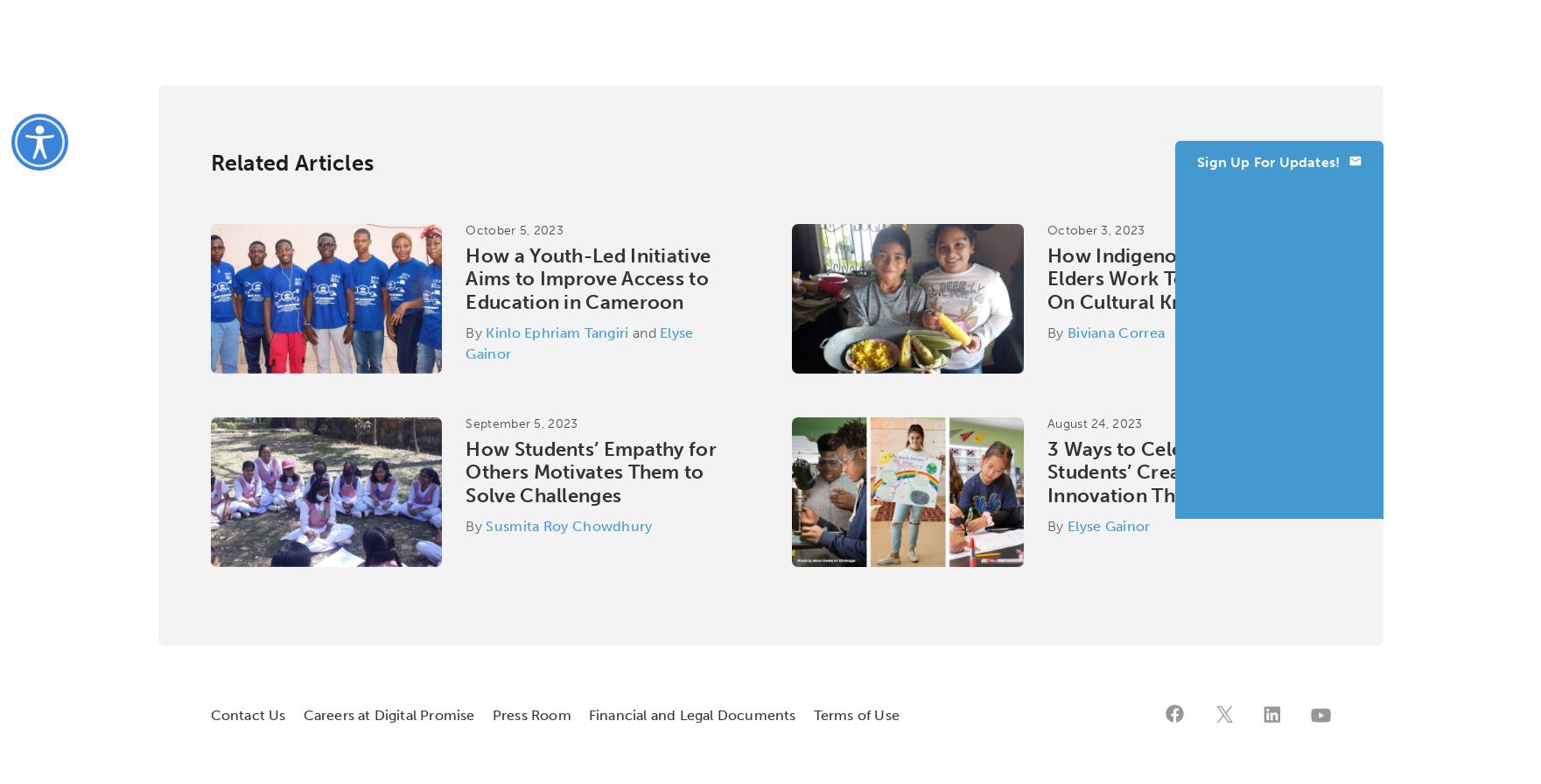  I want to click on 'How a Youth-Led Initiative Aims to Improve Access to Education in Cameroon', so click(464, 277).